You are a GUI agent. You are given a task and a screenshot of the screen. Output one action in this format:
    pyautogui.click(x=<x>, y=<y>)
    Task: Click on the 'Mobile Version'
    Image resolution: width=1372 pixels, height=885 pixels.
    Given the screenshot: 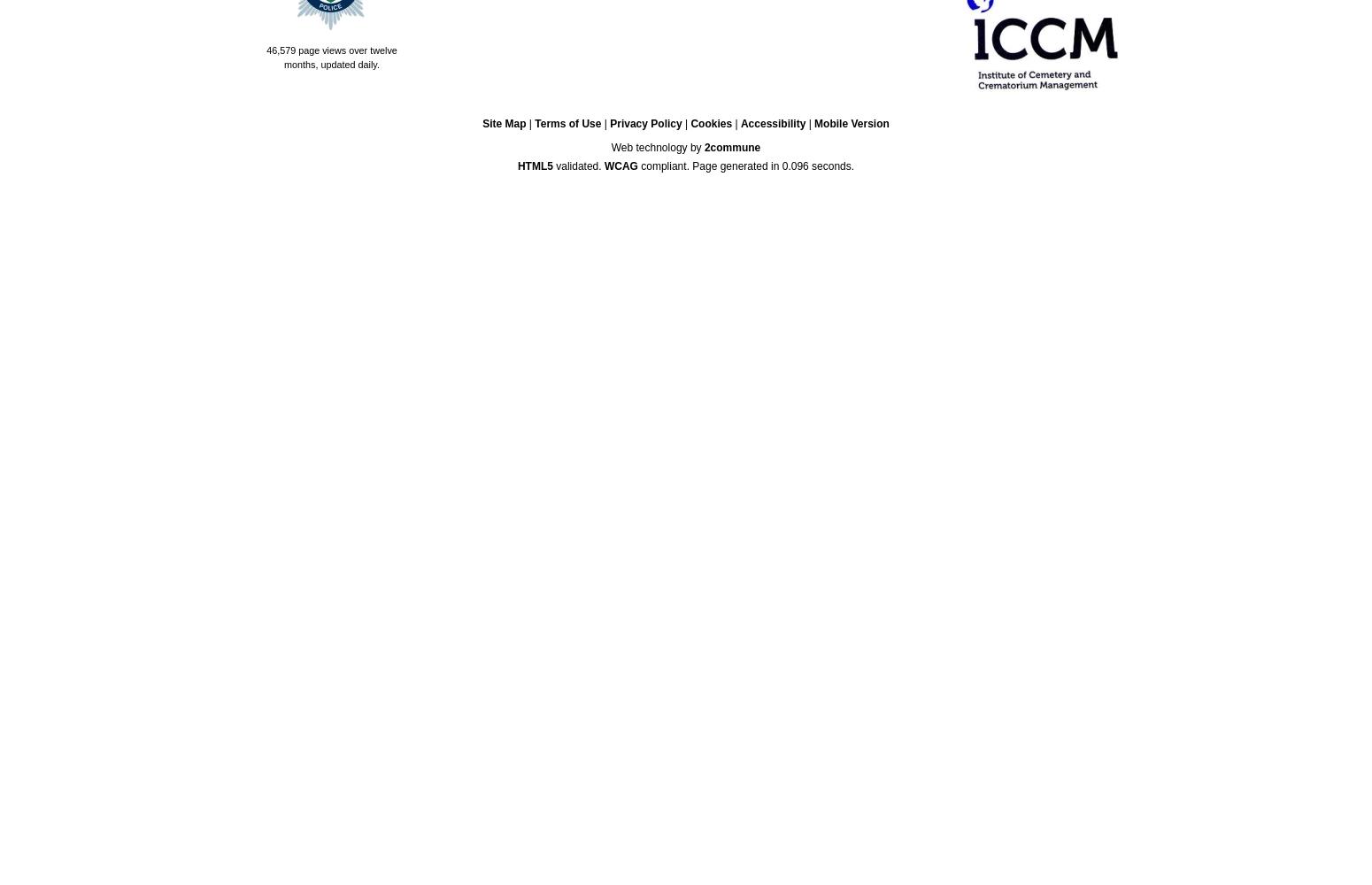 What is the action you would take?
    pyautogui.click(x=850, y=123)
    